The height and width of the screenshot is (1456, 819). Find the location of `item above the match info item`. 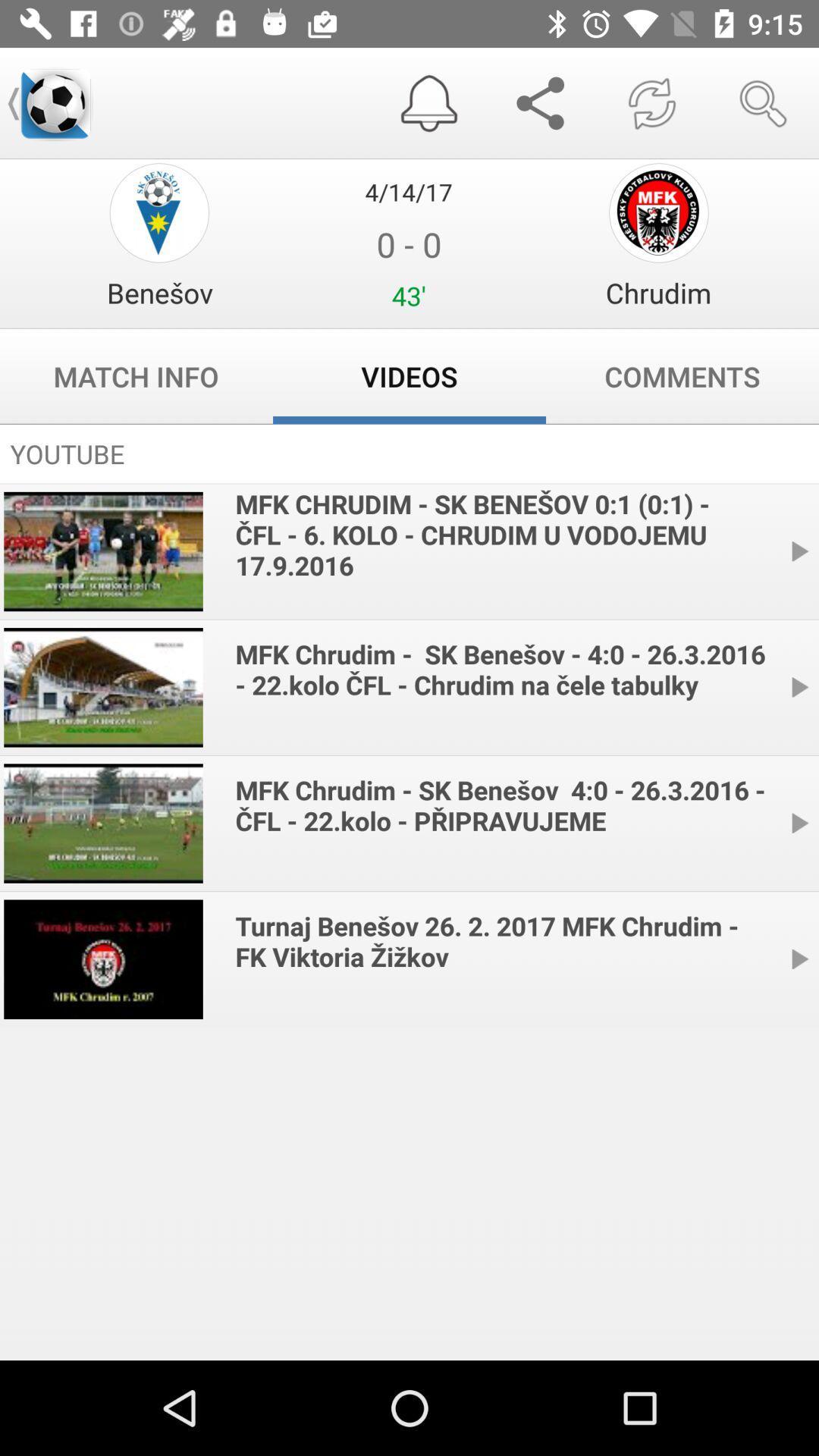

item above the match info item is located at coordinates (159, 293).